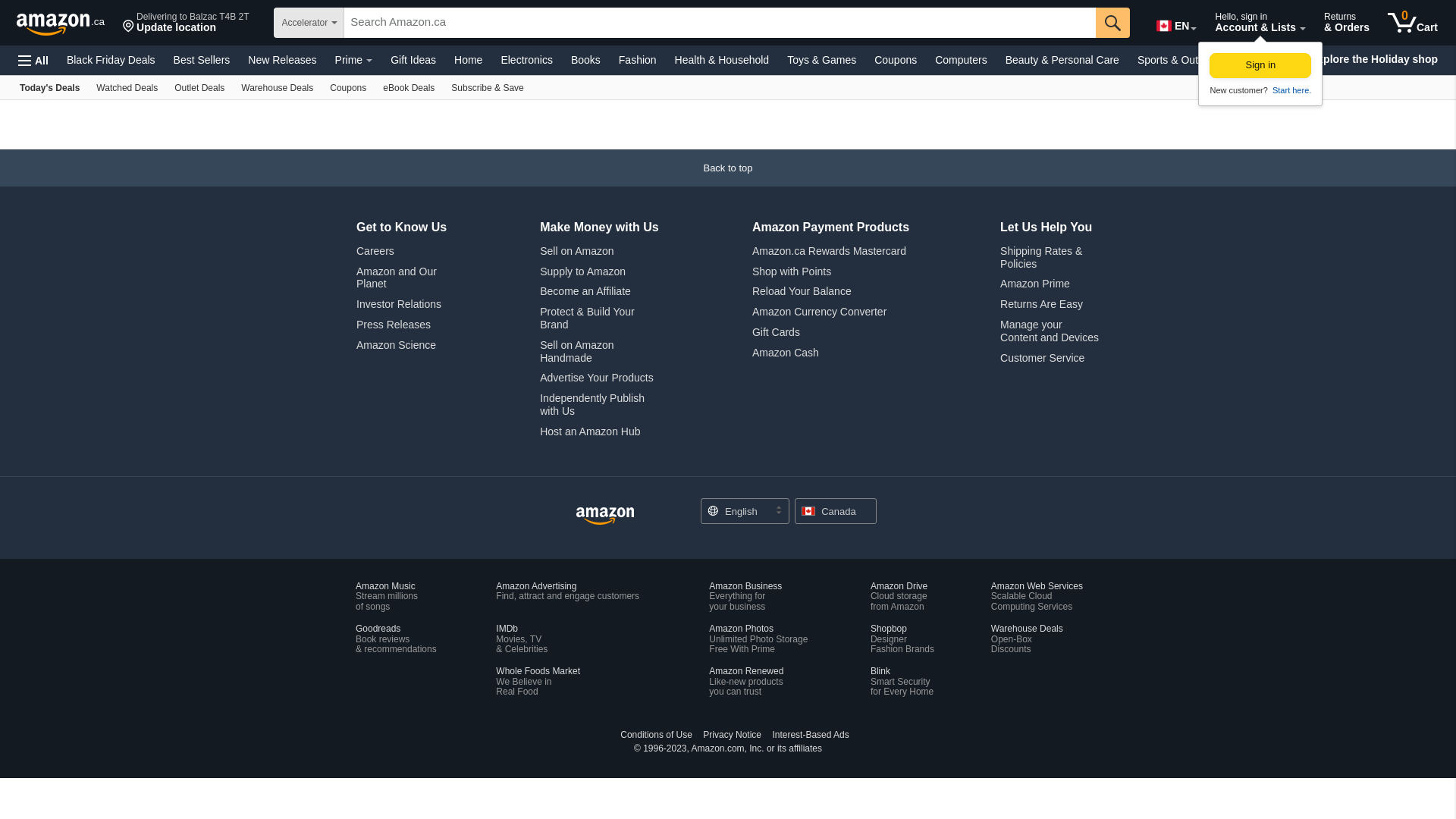 The width and height of the screenshot is (1456, 819). What do you see at coordinates (1036, 595) in the screenshot?
I see `'Amazon Web Services` at bounding box center [1036, 595].